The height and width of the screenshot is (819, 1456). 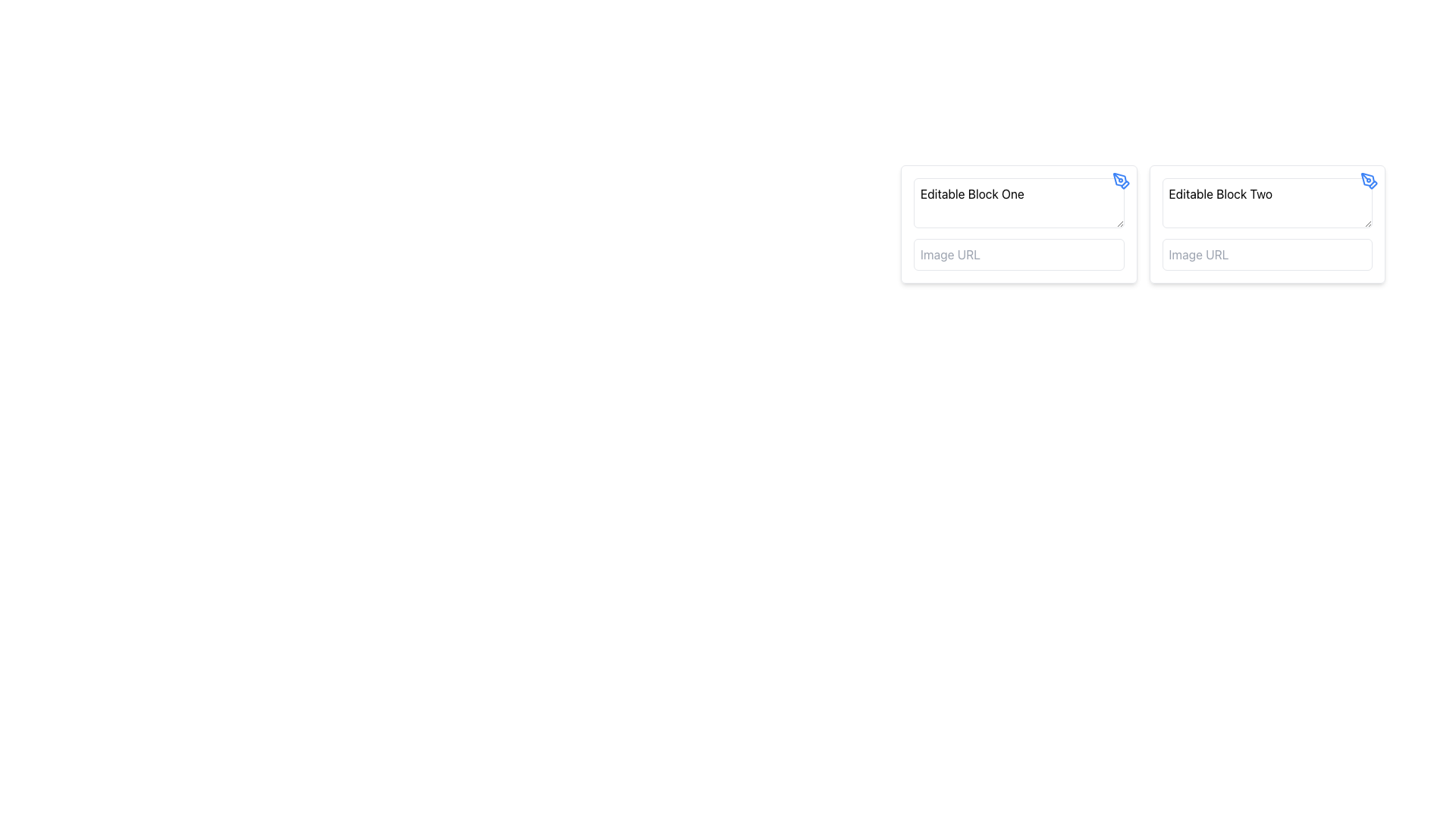 What do you see at coordinates (1119, 178) in the screenshot?
I see `the pen tool icon located in the top-right corner of the 'Editable Block One' UI section, which indicates the ability to edit or draw` at bounding box center [1119, 178].